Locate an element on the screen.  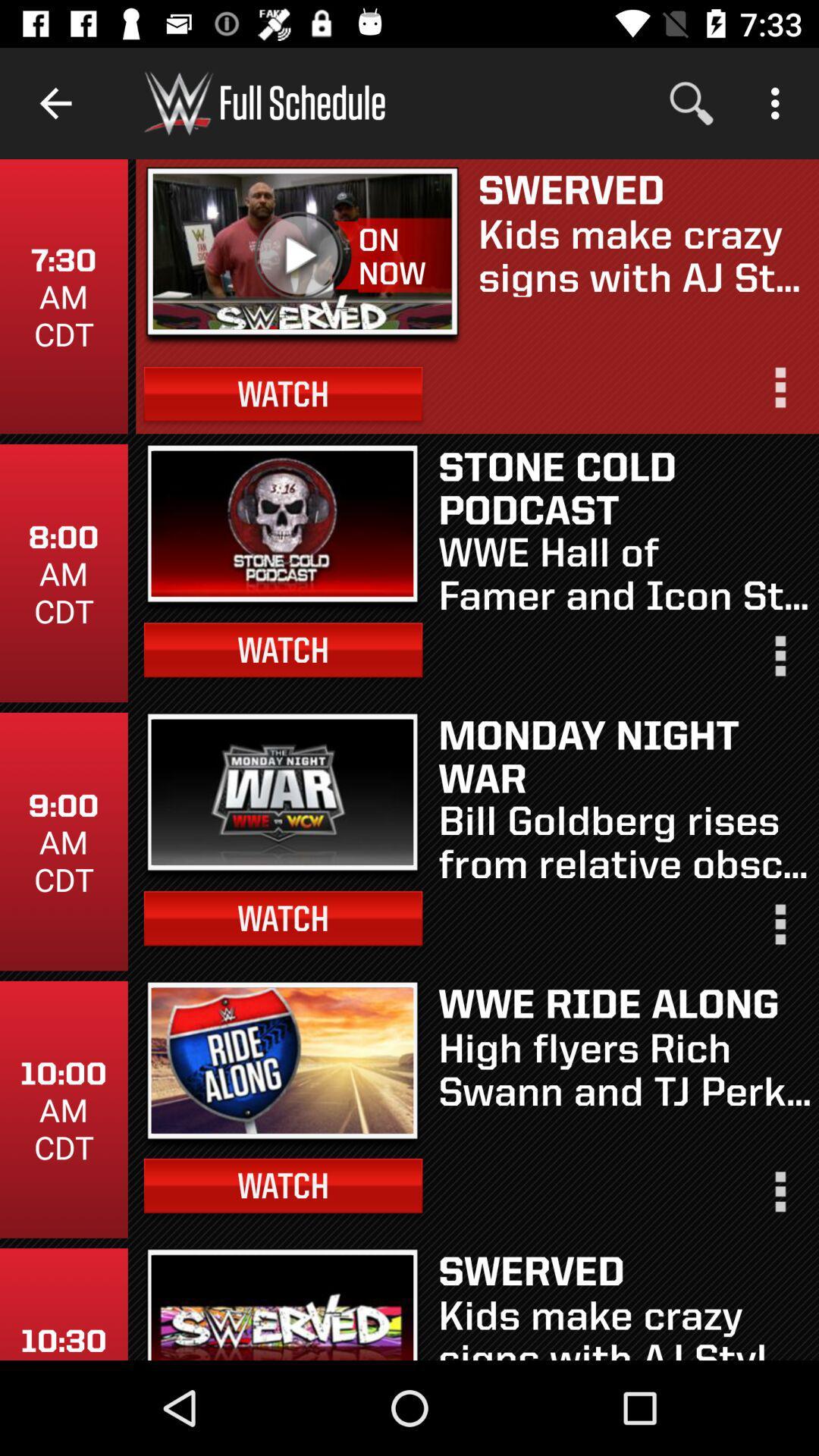
load more is located at coordinates (779, 930).